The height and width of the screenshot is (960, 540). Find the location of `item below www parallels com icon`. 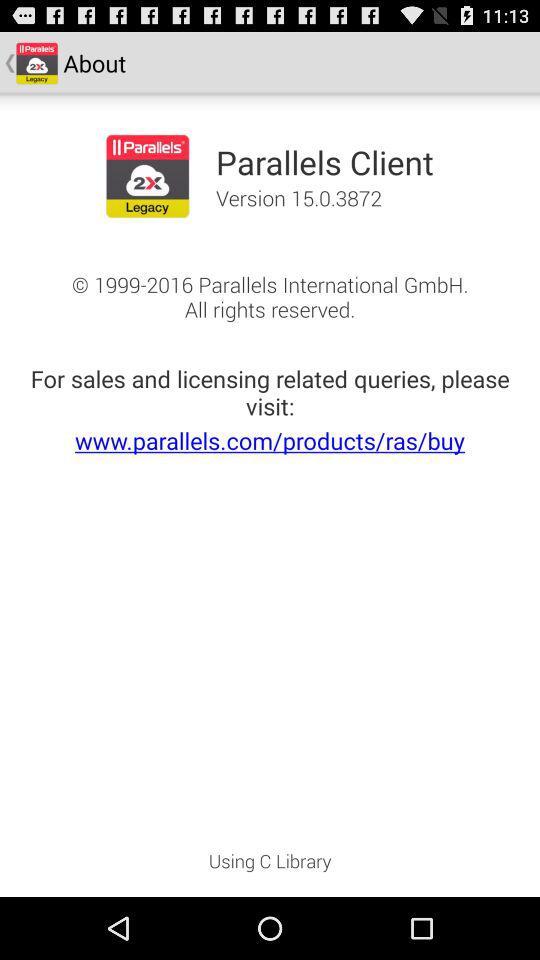

item below www parallels com icon is located at coordinates (270, 866).